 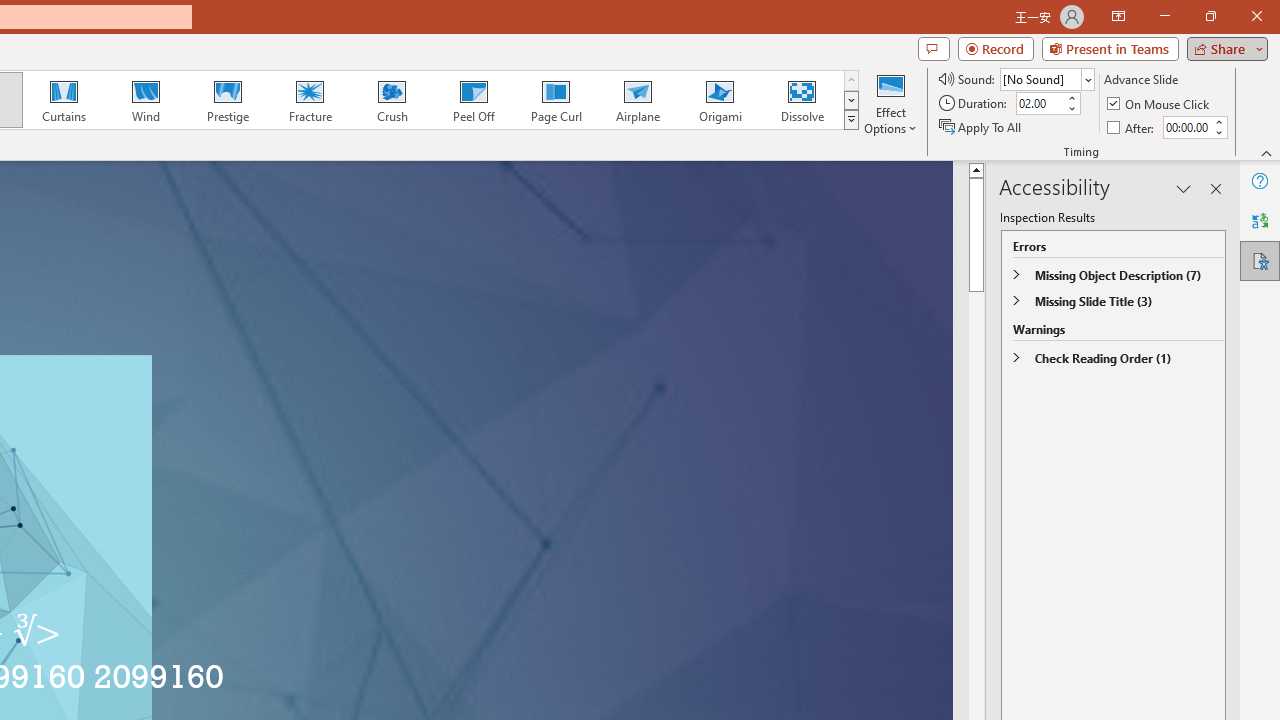 What do you see at coordinates (802, 100) in the screenshot?
I see `'Dissolve'` at bounding box center [802, 100].